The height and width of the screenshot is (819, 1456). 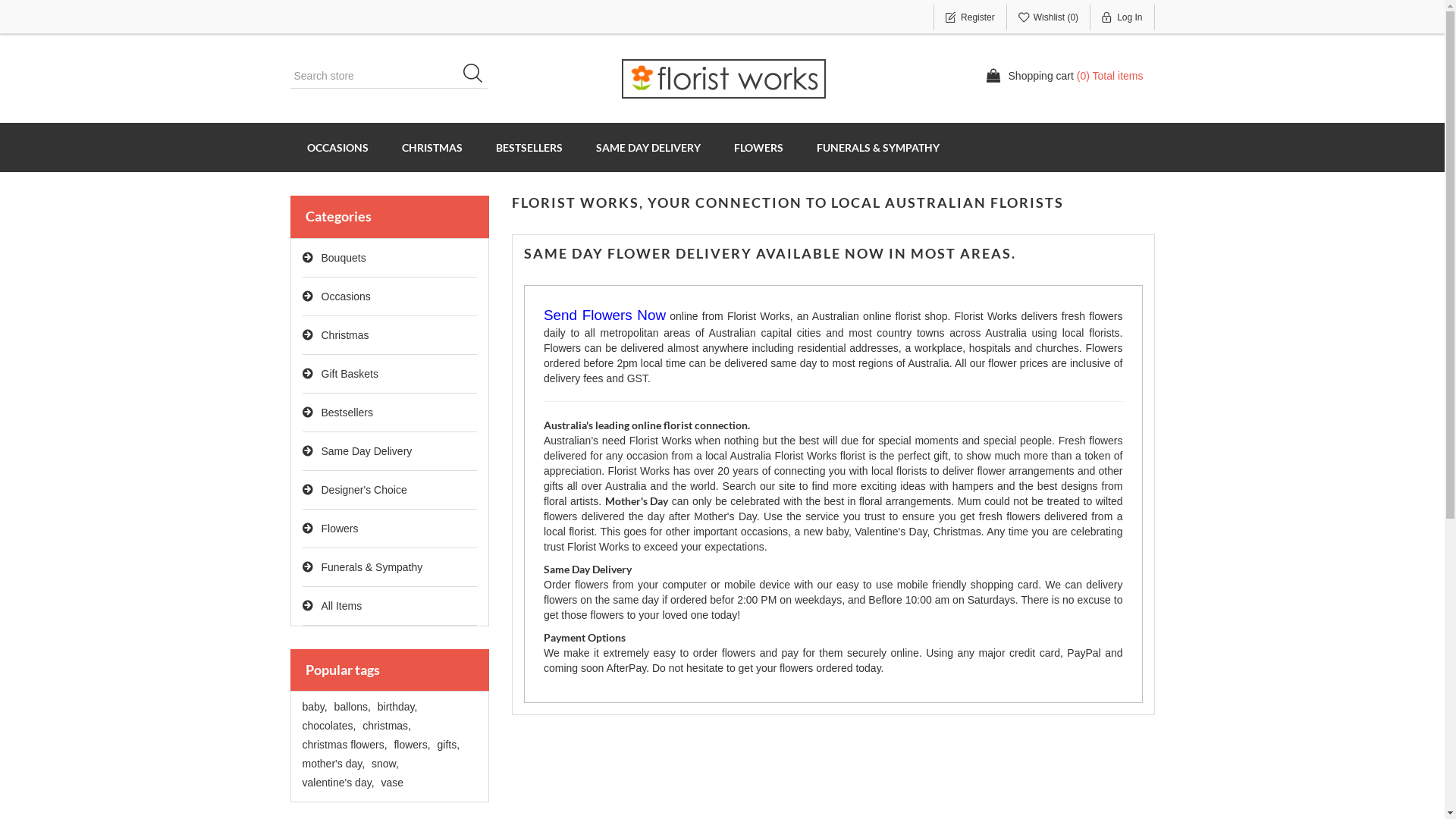 I want to click on 'BESTSELLERS', so click(x=529, y=147).